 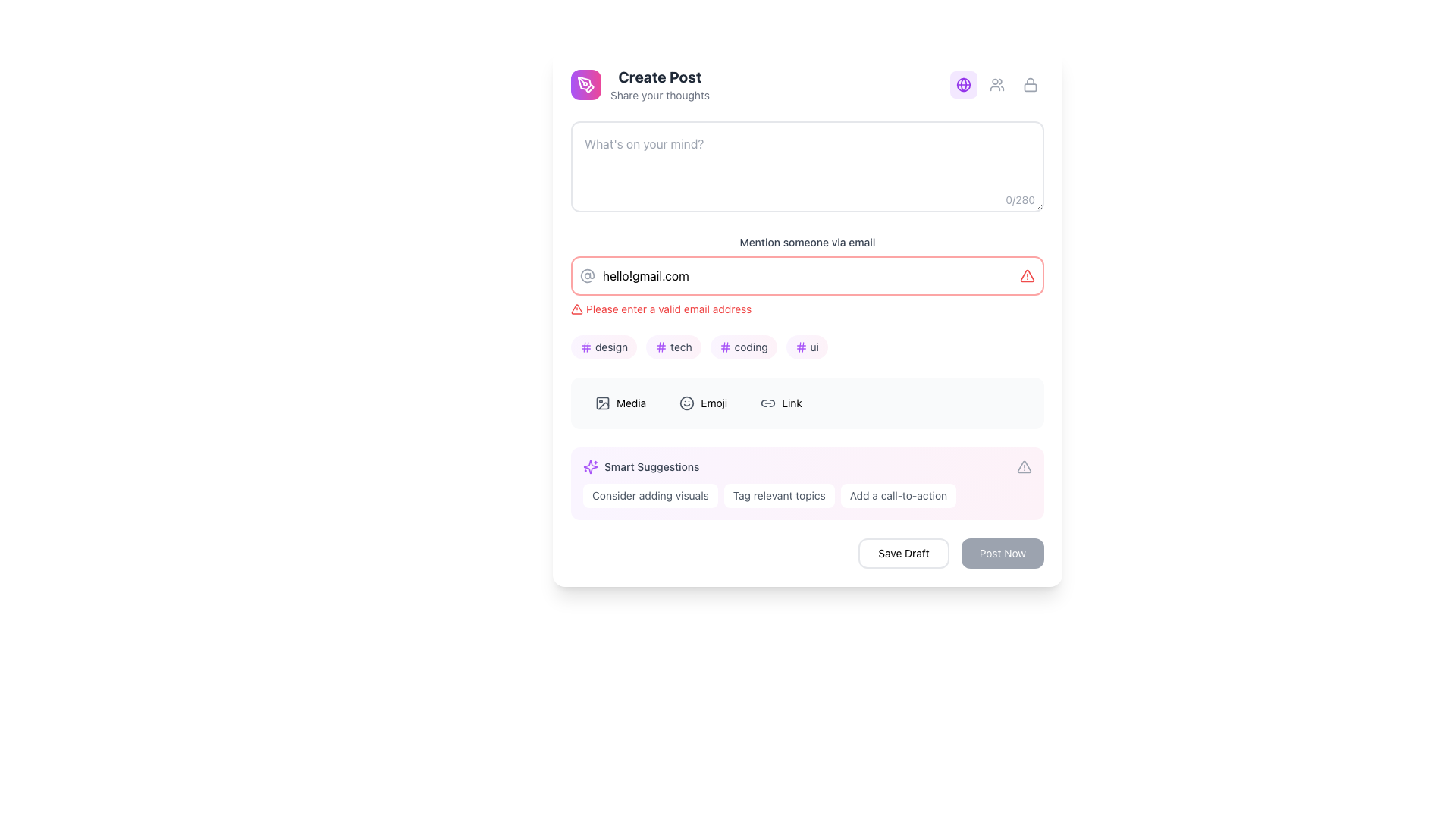 What do you see at coordinates (807, 496) in the screenshot?
I see `the text button 'Tag relevant topics' in the Suggestion Panel, which is part of the Smart Suggestions section with a purple gradient background` at bounding box center [807, 496].